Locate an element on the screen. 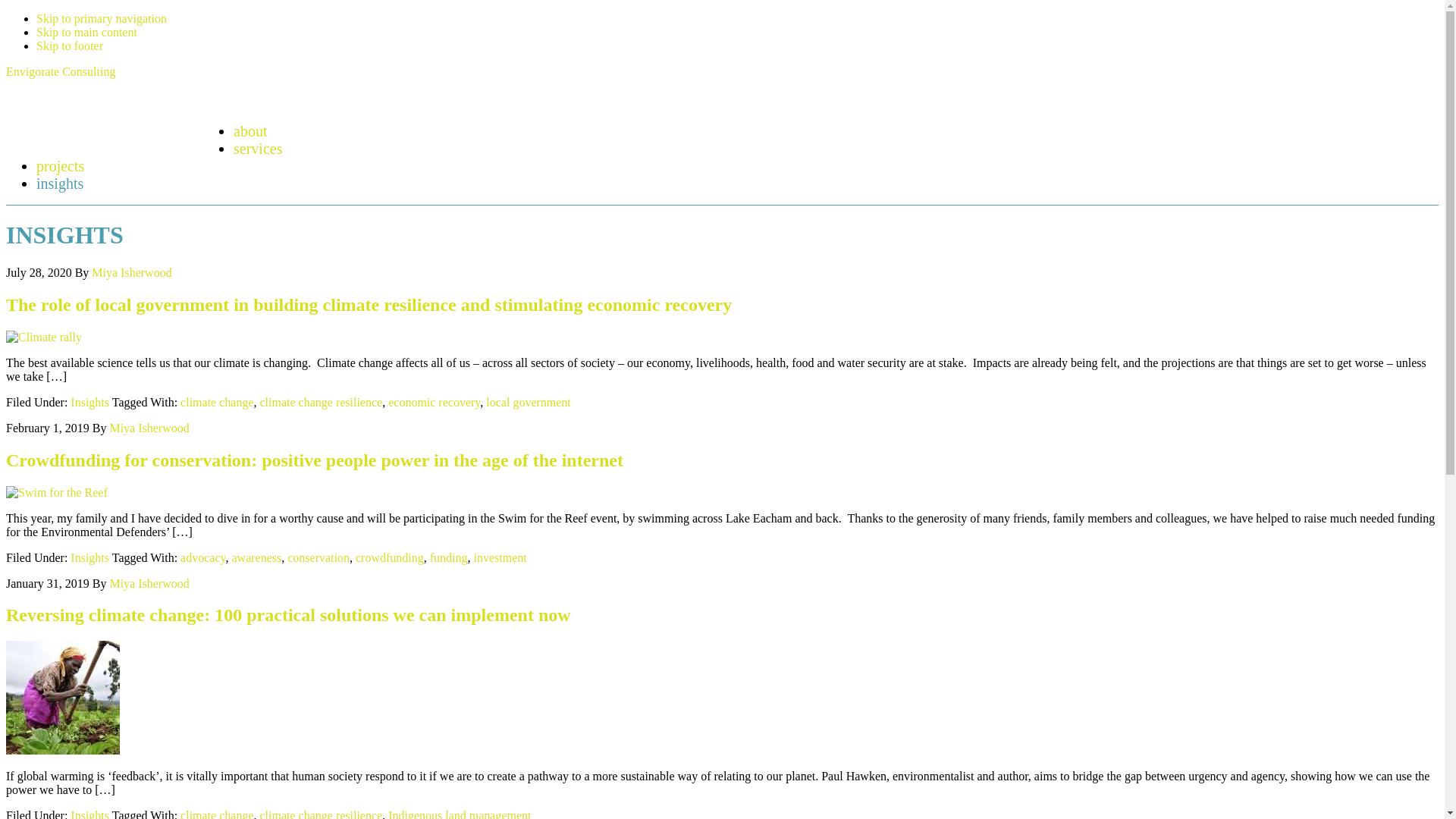  'local government' is located at coordinates (528, 401).